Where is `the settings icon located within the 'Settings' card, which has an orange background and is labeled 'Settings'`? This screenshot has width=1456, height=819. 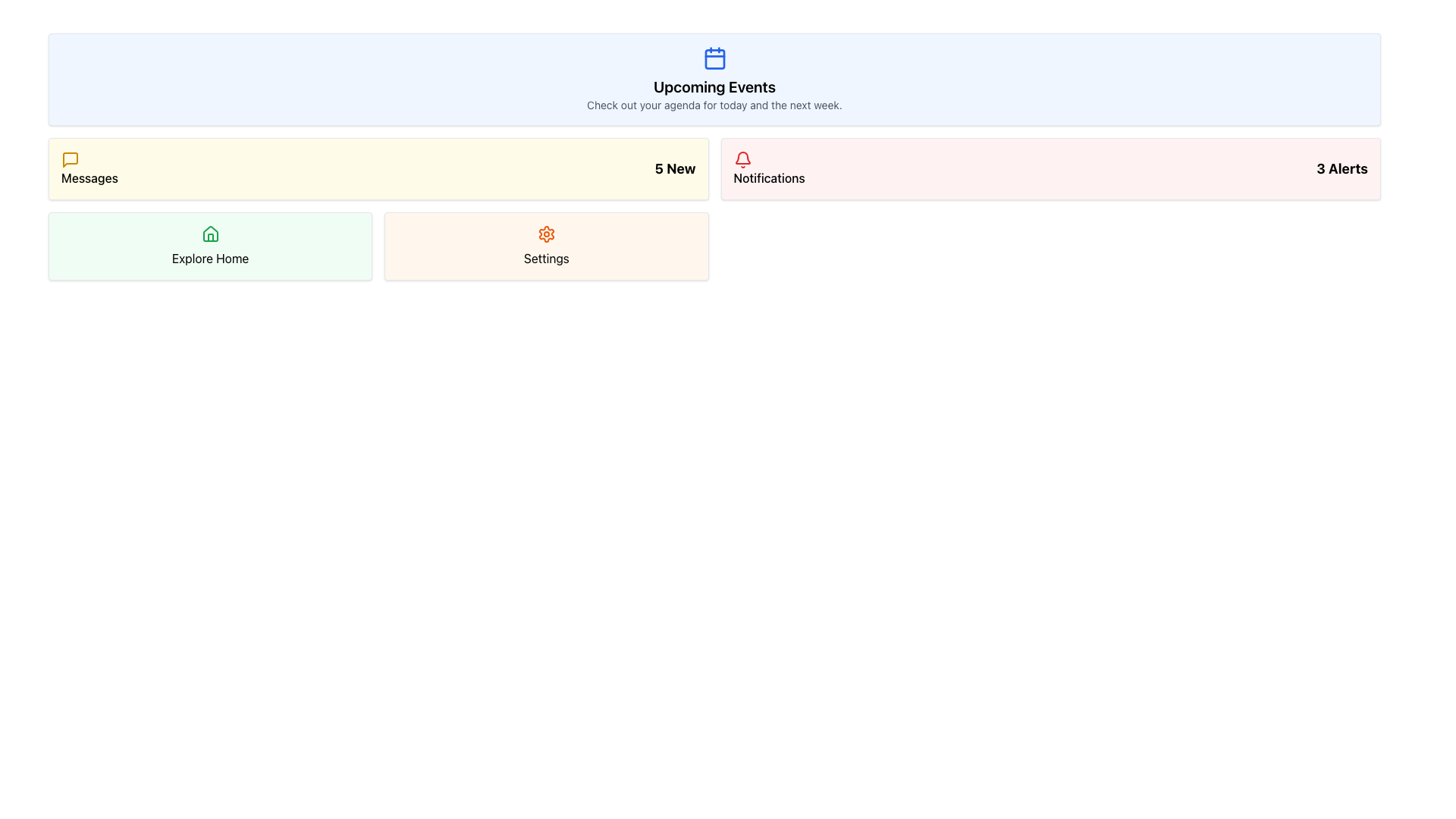 the settings icon located within the 'Settings' card, which has an orange background and is labeled 'Settings' is located at coordinates (546, 234).